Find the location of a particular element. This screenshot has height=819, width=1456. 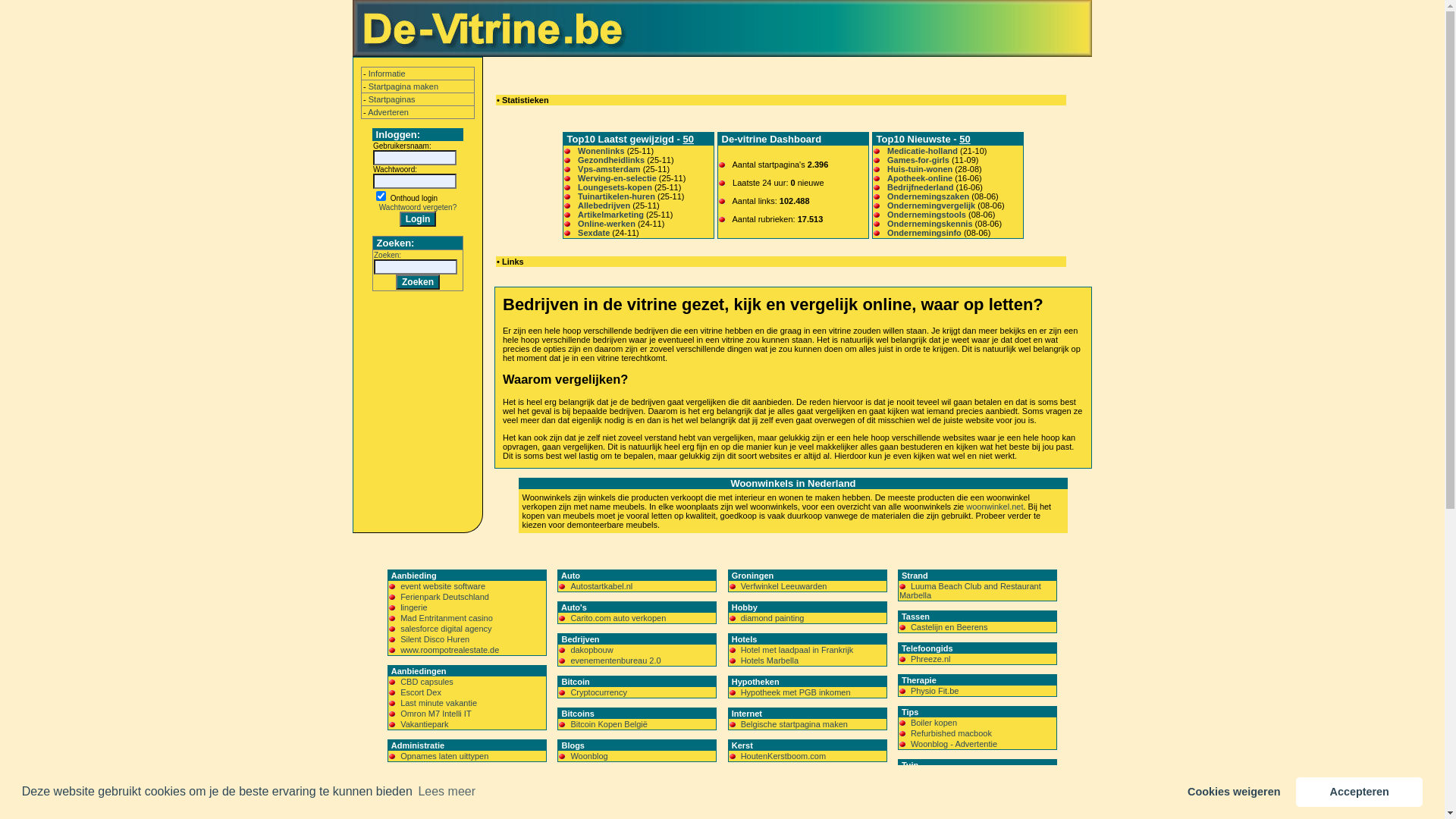

'Accepteren' is located at coordinates (1294, 791).